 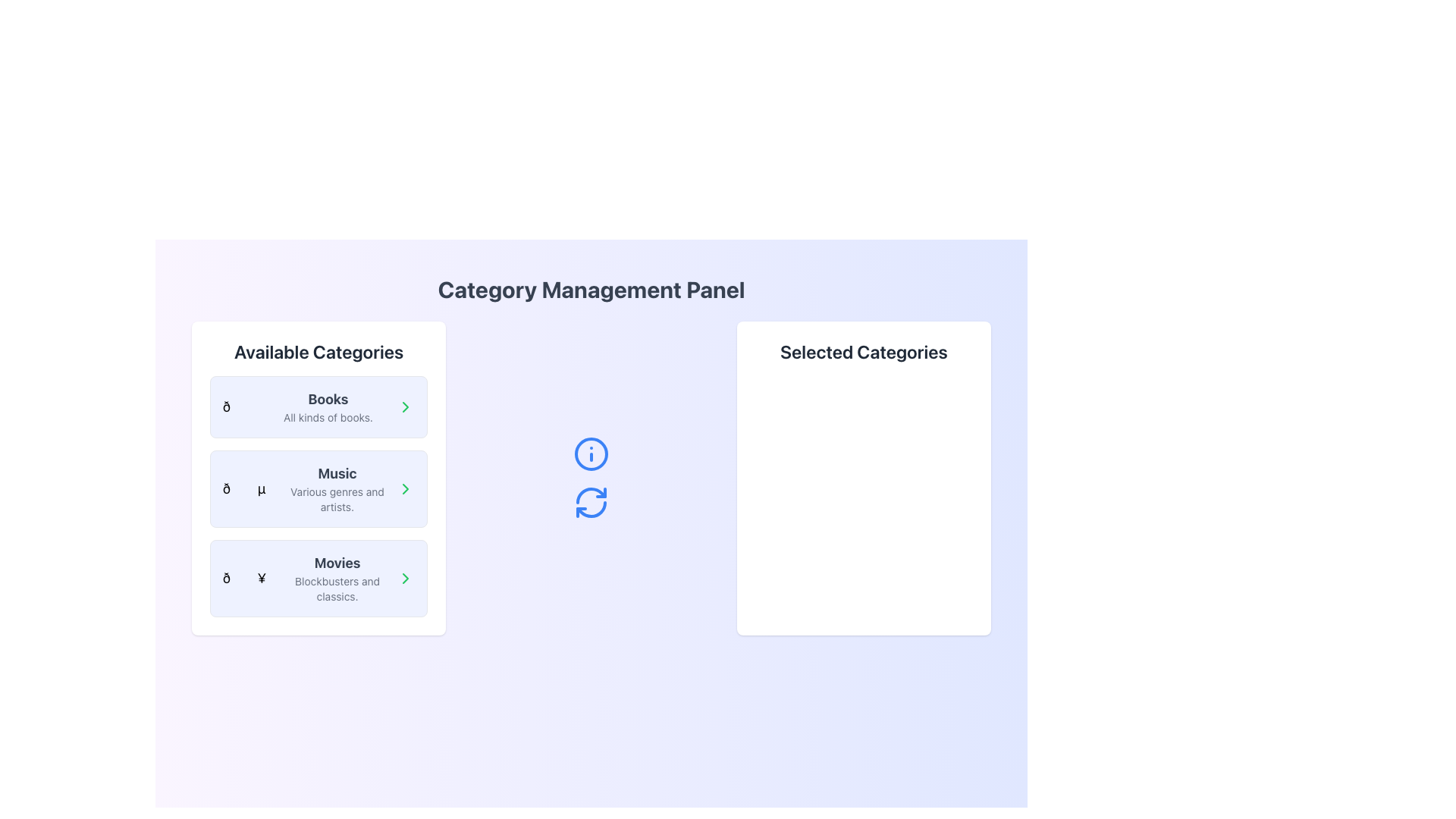 What do you see at coordinates (337, 579) in the screenshot?
I see `description of the Text block labeled 'Movies', which includes the heading in bold and the description in a lighter gray font` at bounding box center [337, 579].